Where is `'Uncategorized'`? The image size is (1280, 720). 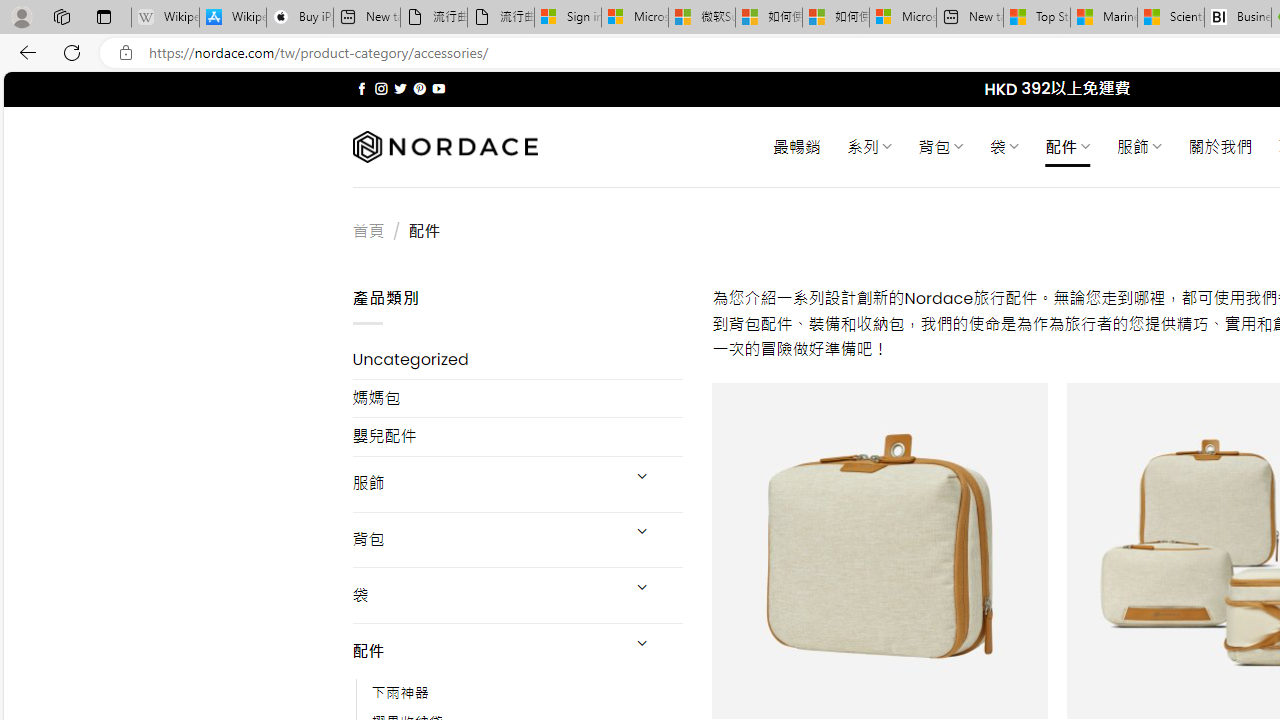 'Uncategorized' is located at coordinates (517, 360).